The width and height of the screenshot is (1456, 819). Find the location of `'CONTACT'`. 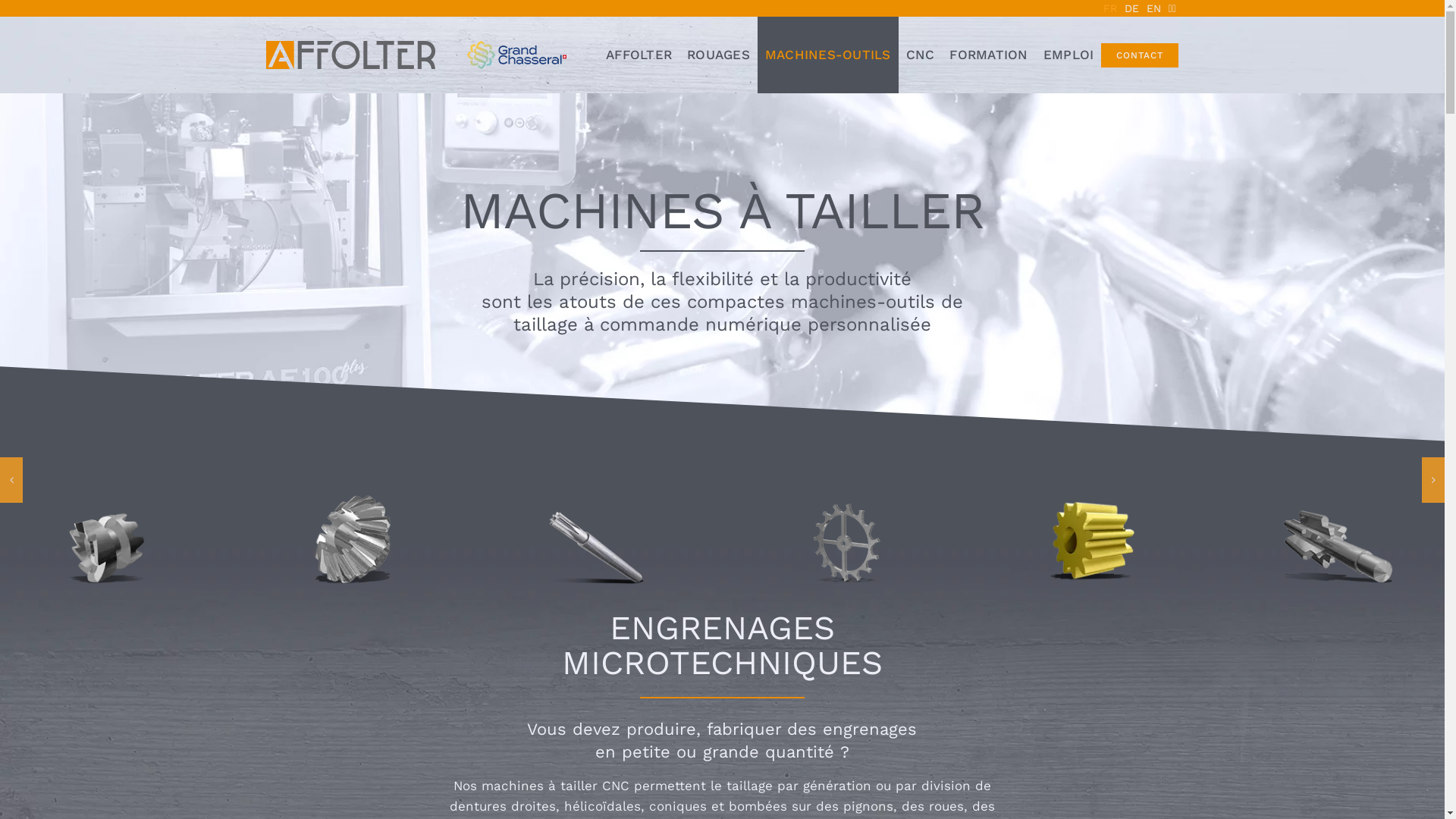

'CONTACT' is located at coordinates (1139, 55).